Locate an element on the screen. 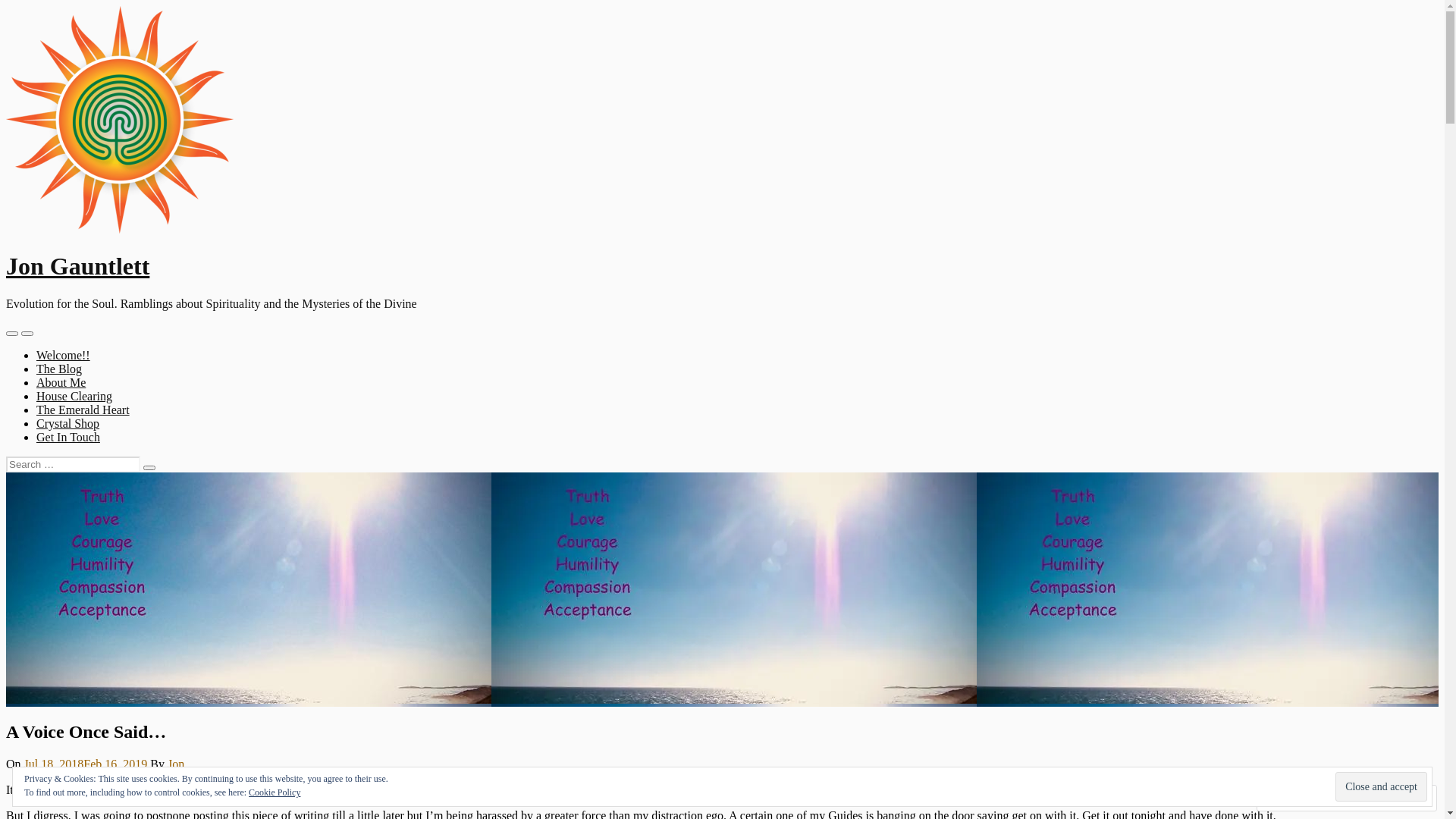 The width and height of the screenshot is (1456, 819). 'Get In Touch' is located at coordinates (67, 437).